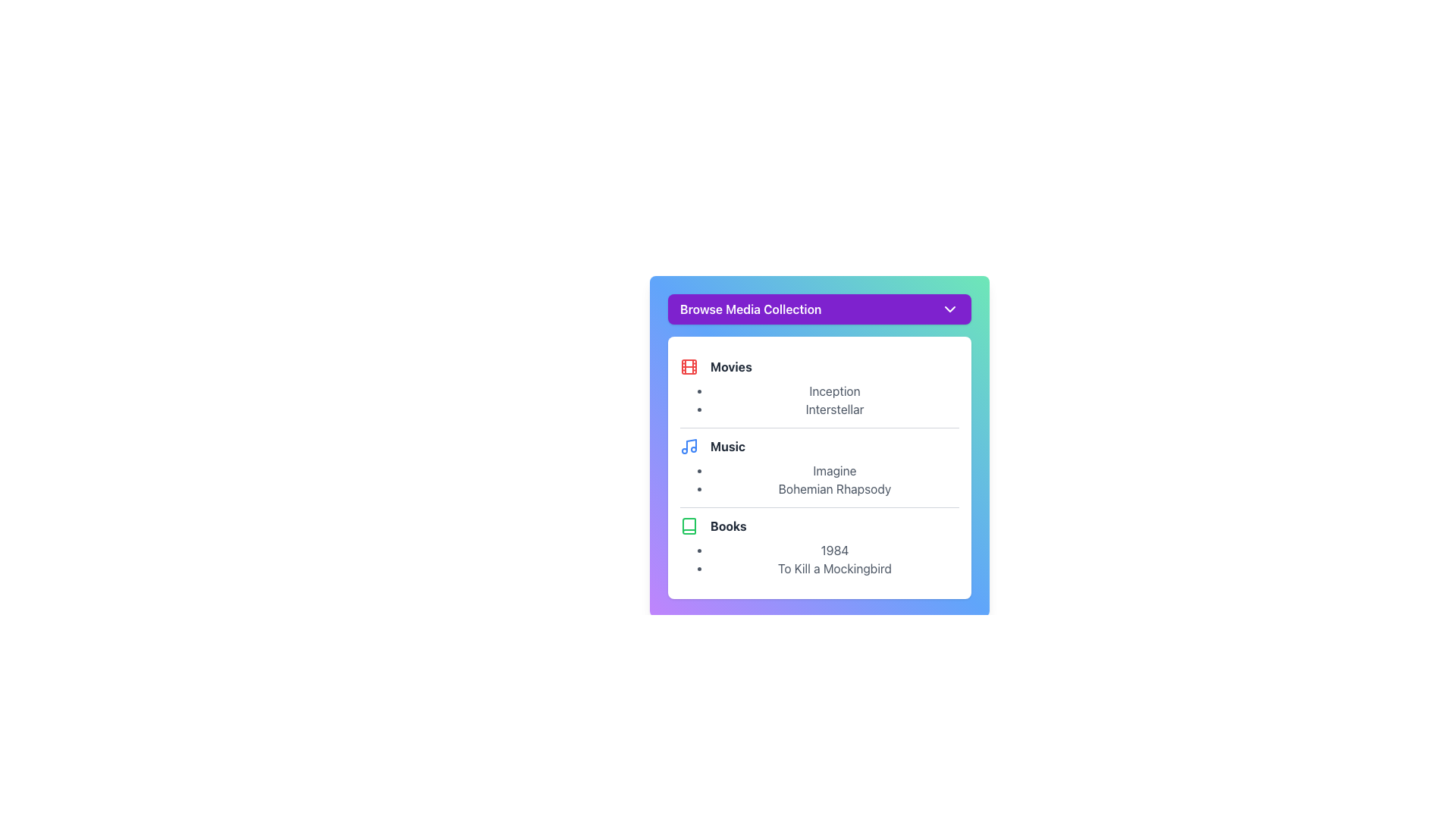 This screenshot has width=1456, height=819. I want to click on the text label 'Imagine' which is the first item in the list under the 'Music' section, displayed in dark gray color and aligned to the left, so click(833, 470).